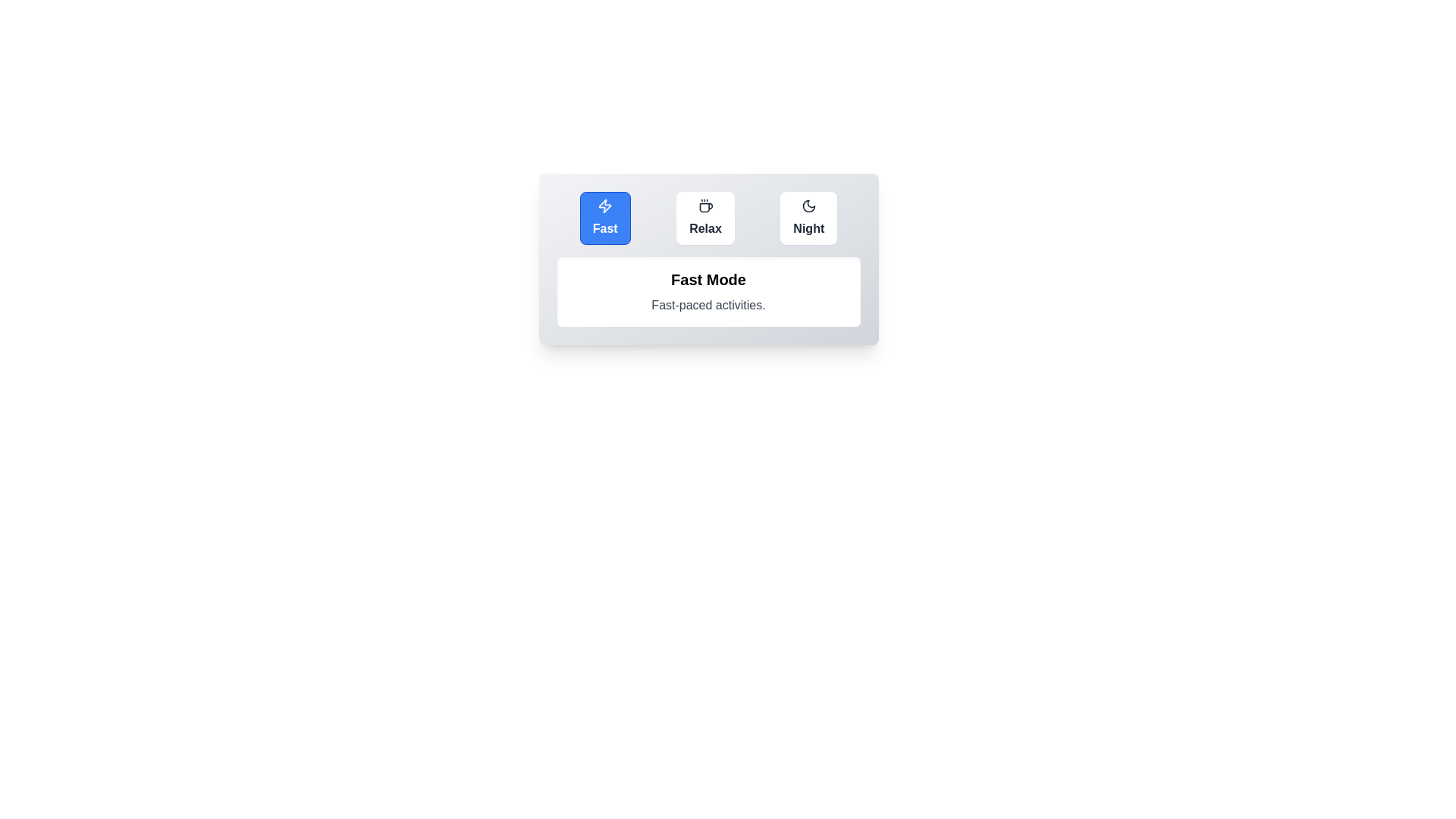 The height and width of the screenshot is (819, 1456). What do you see at coordinates (708, 305) in the screenshot?
I see `the label containing the text 'Fast-paced activities.' located at the bottom of the card` at bounding box center [708, 305].